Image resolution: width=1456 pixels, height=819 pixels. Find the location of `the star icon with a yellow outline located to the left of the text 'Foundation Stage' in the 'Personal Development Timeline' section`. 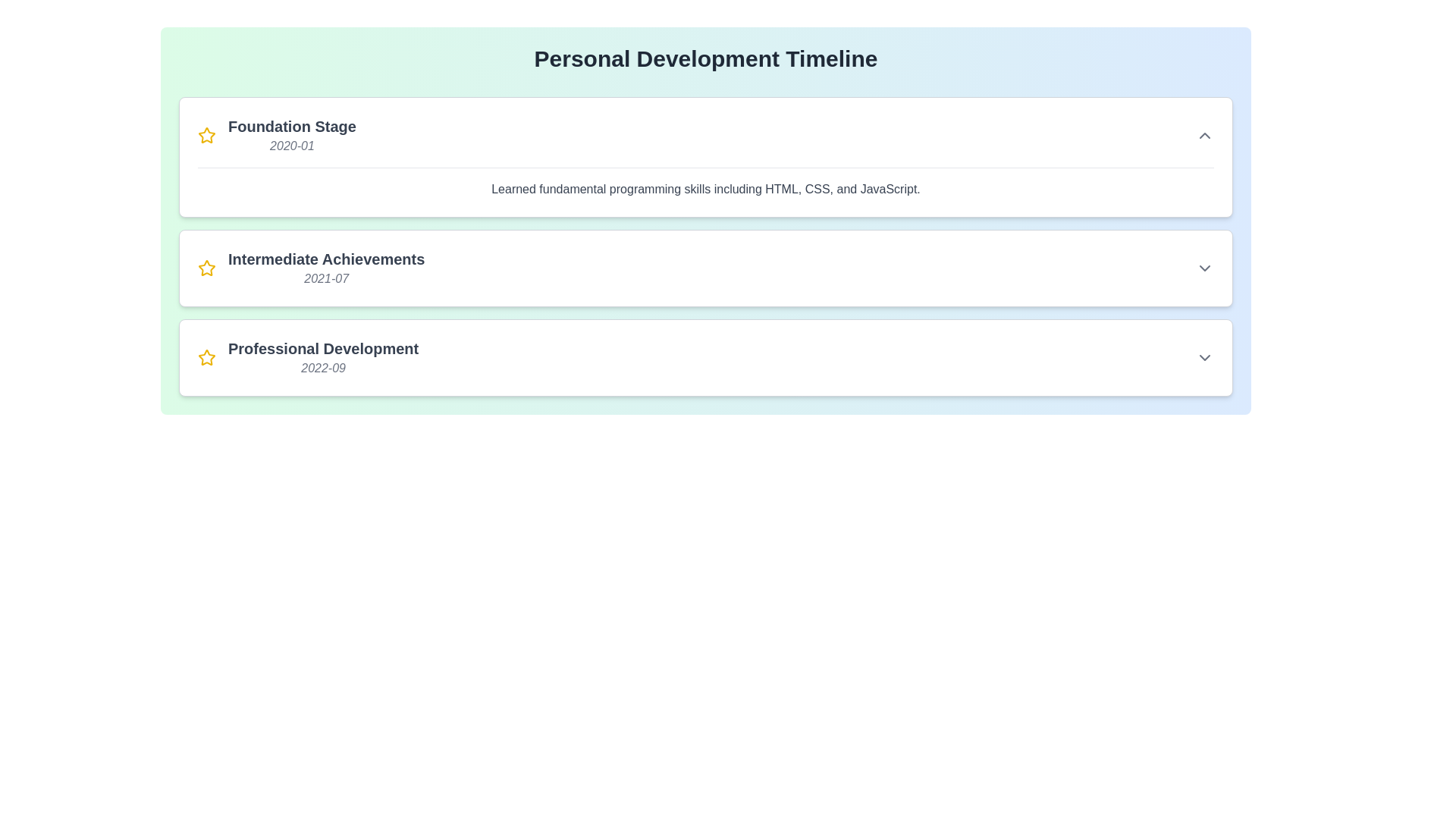

the star icon with a yellow outline located to the left of the text 'Foundation Stage' in the 'Personal Development Timeline' section is located at coordinates (206, 134).